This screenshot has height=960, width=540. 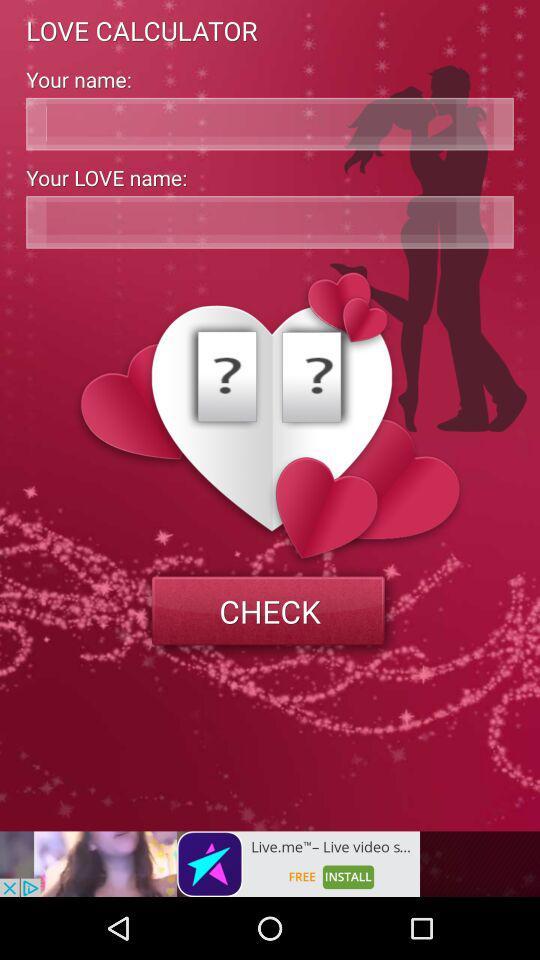 What do you see at coordinates (270, 222) in the screenshot?
I see `address page` at bounding box center [270, 222].